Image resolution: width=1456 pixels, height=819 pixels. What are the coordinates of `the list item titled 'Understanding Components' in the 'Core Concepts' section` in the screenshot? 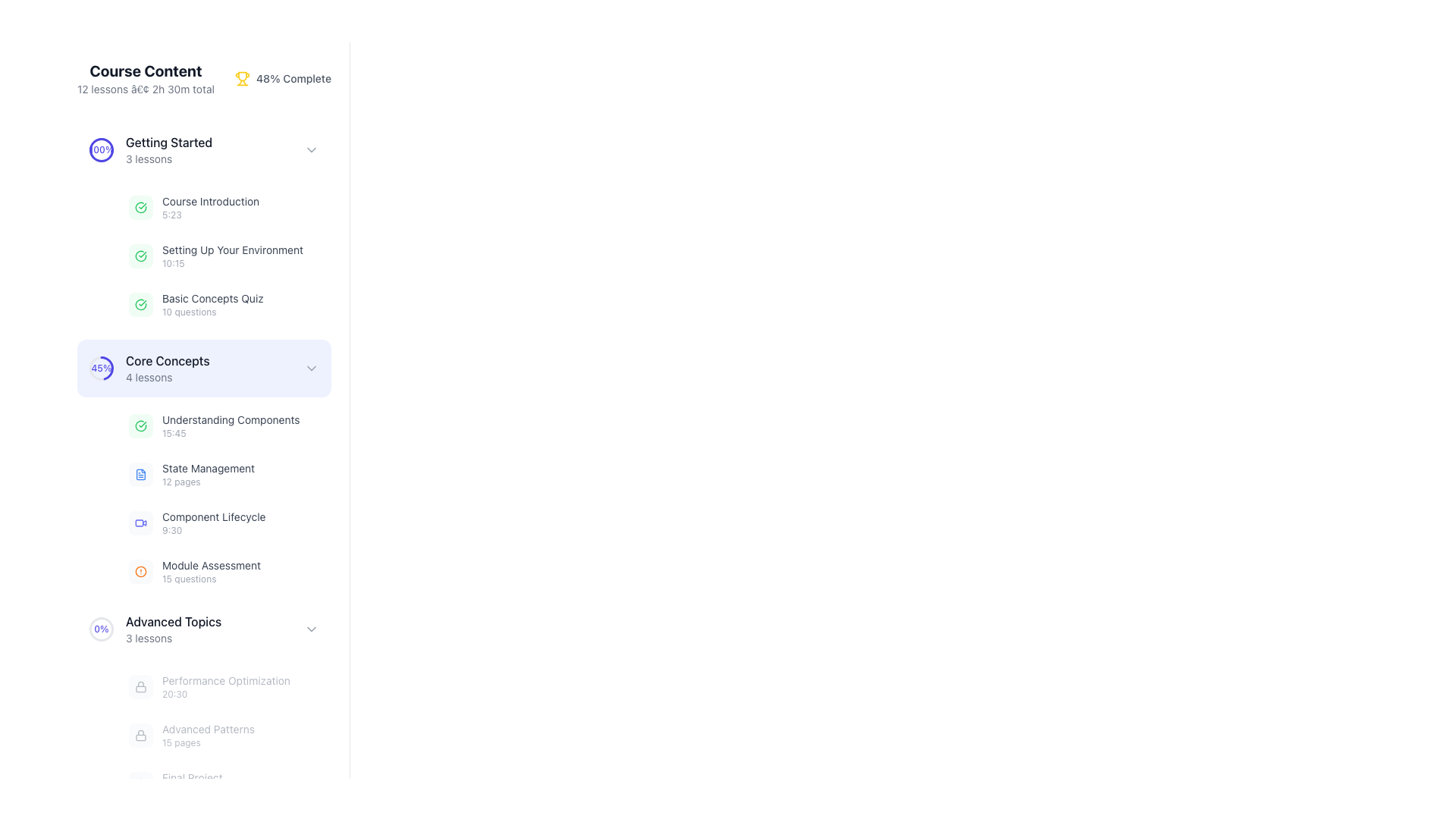 It's located at (224, 426).